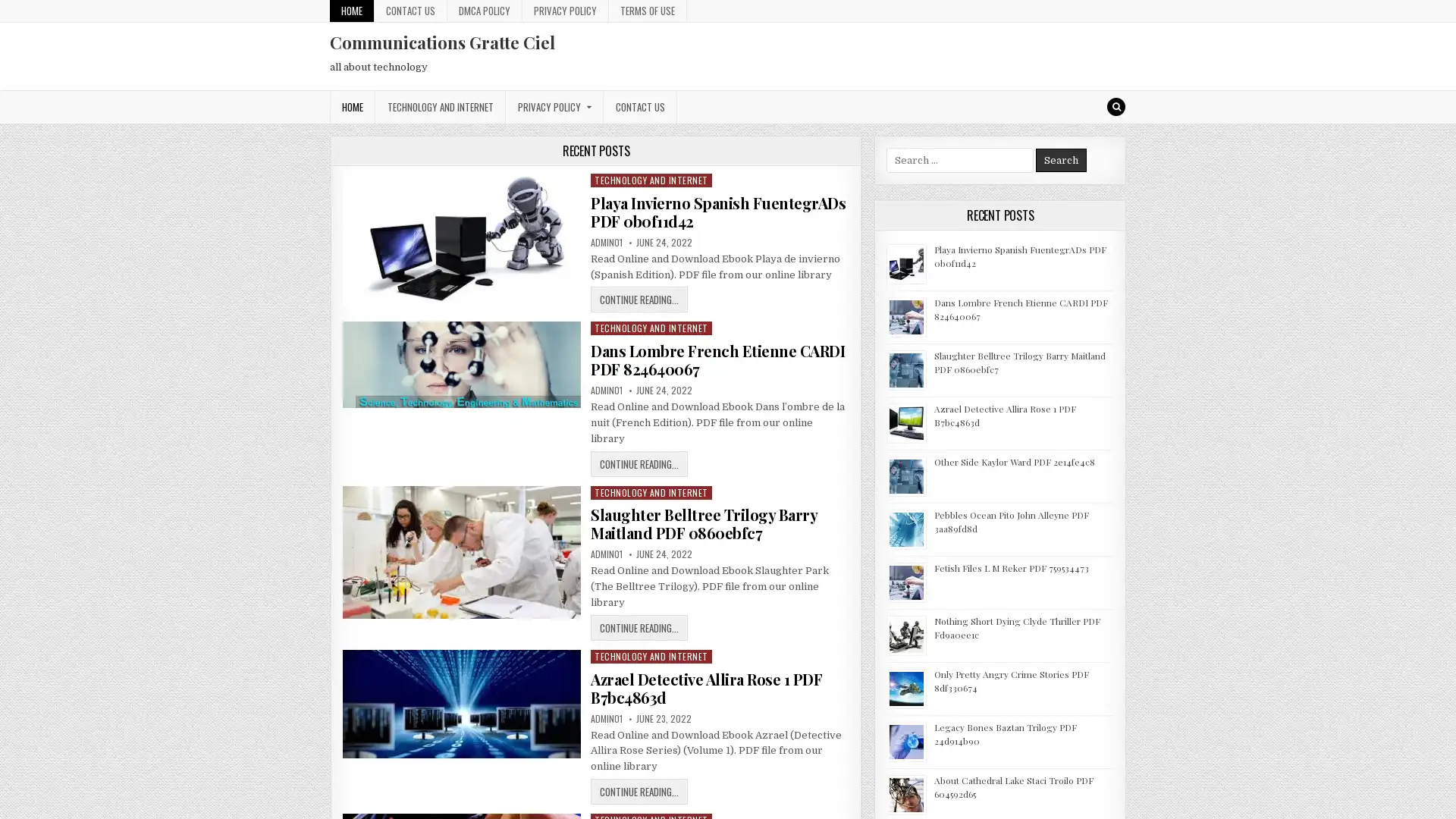 The width and height of the screenshot is (1456, 819). I want to click on Search, so click(1060, 160).